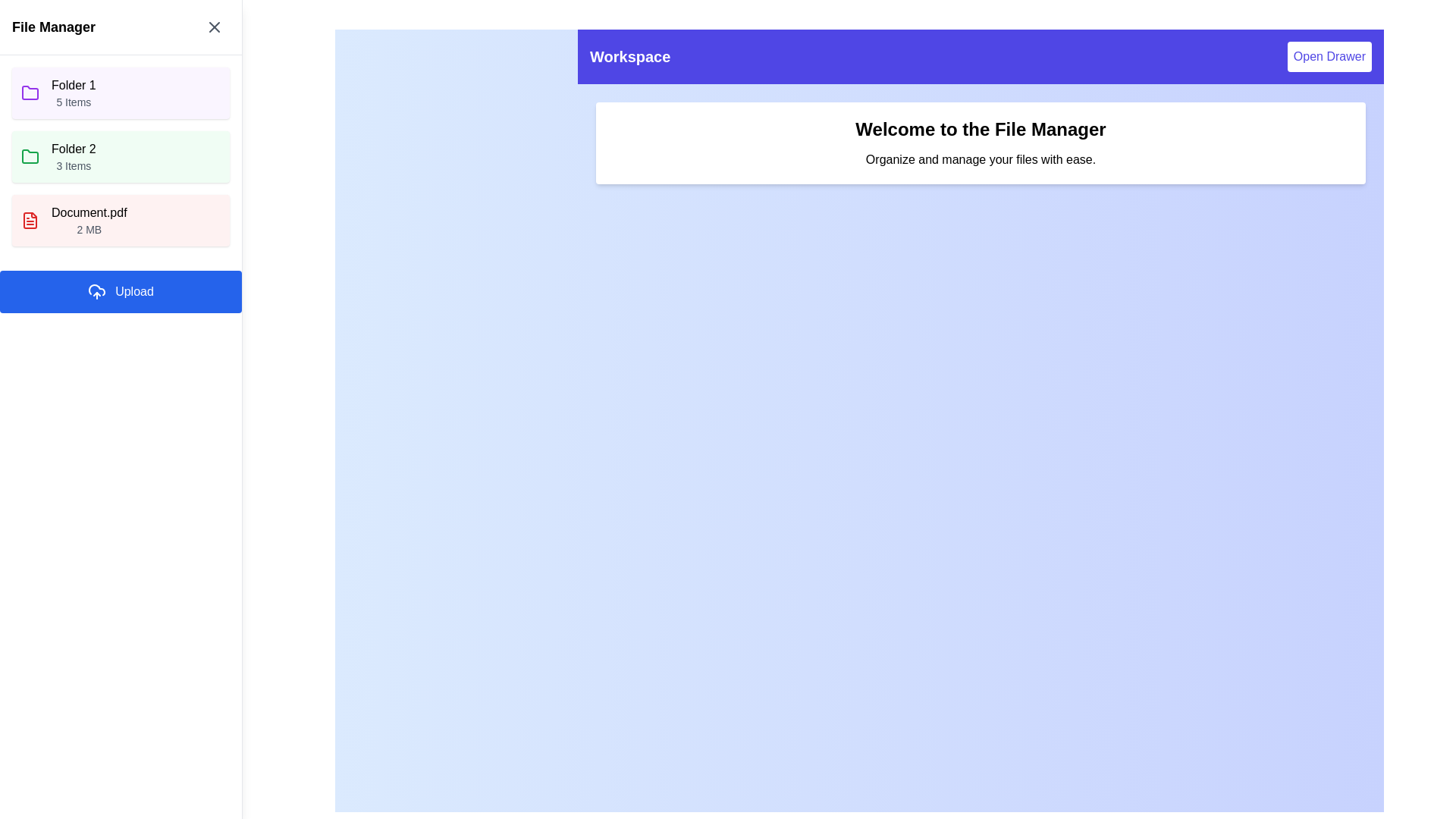 The width and height of the screenshot is (1456, 819). What do you see at coordinates (88, 220) in the screenshot?
I see `the file list item named 'Document.pdf' in the File Manager section` at bounding box center [88, 220].